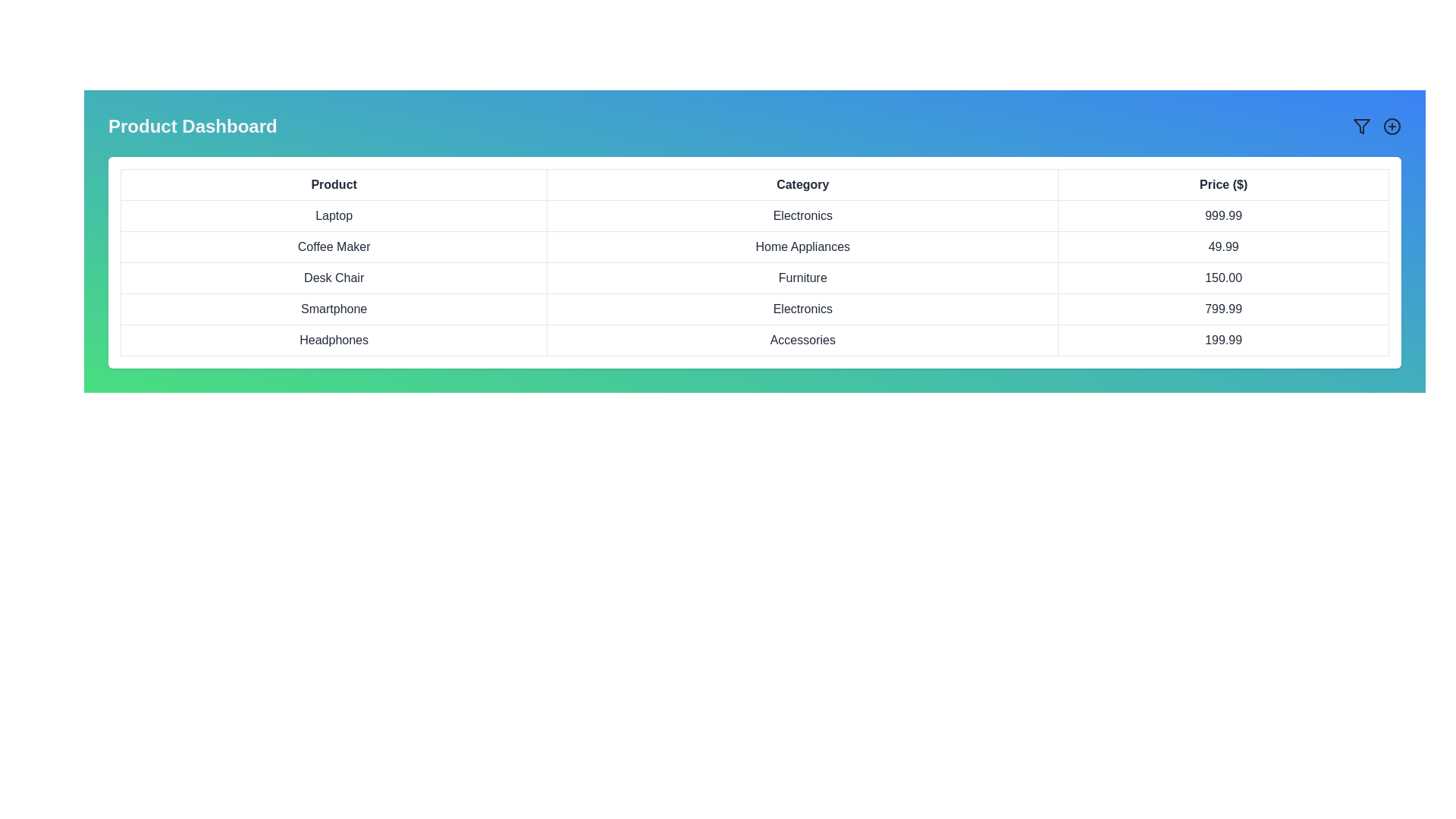 The width and height of the screenshot is (1456, 819). I want to click on the Text element displaying the price value '49.99', which is located in the third column of the second row under the header 'Price ($)' in a table structure, so click(1223, 246).